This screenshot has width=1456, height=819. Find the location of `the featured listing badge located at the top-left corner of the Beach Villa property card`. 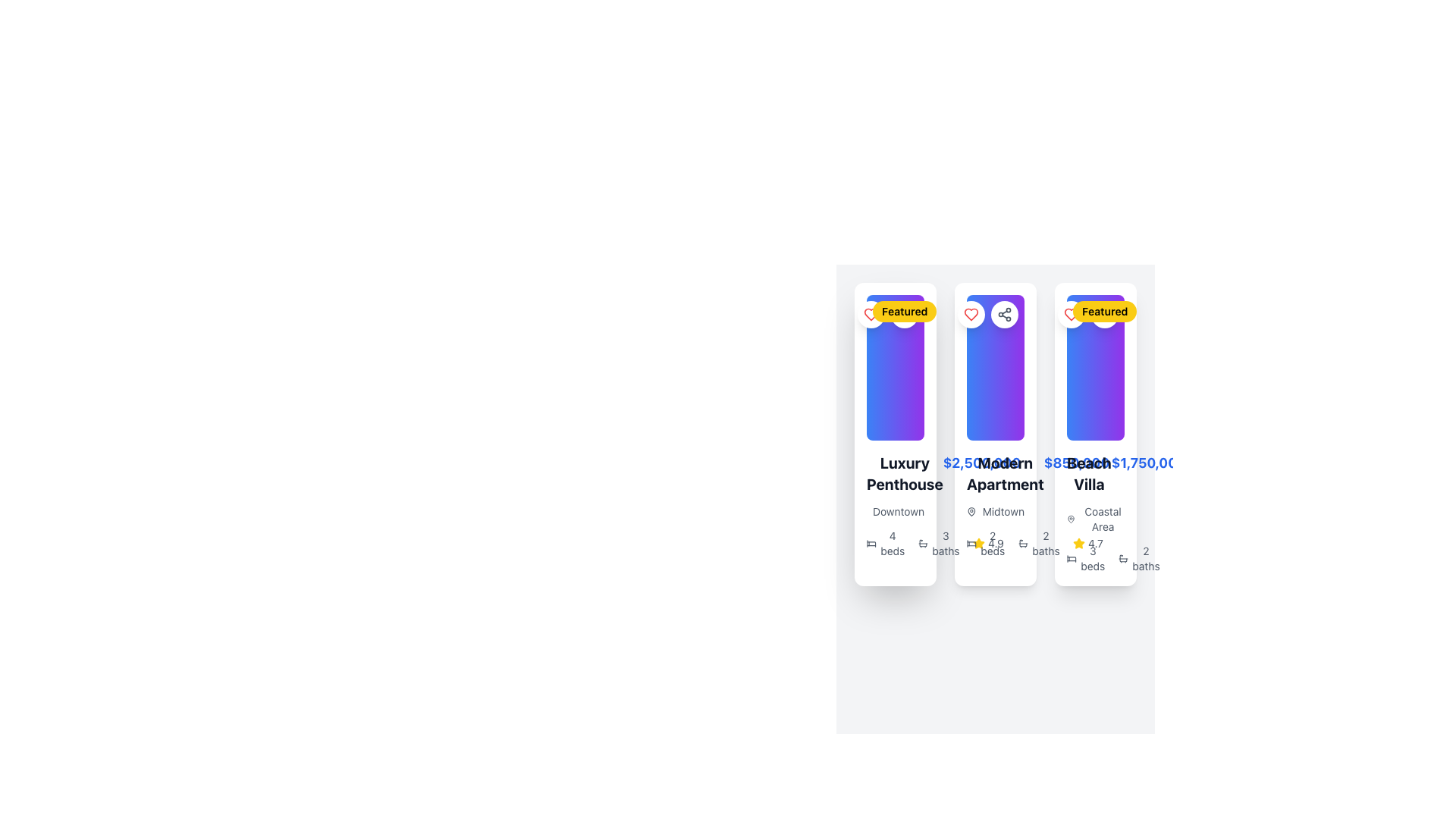

the featured listing badge located at the top-left corner of the Beach Villa property card is located at coordinates (1105, 311).